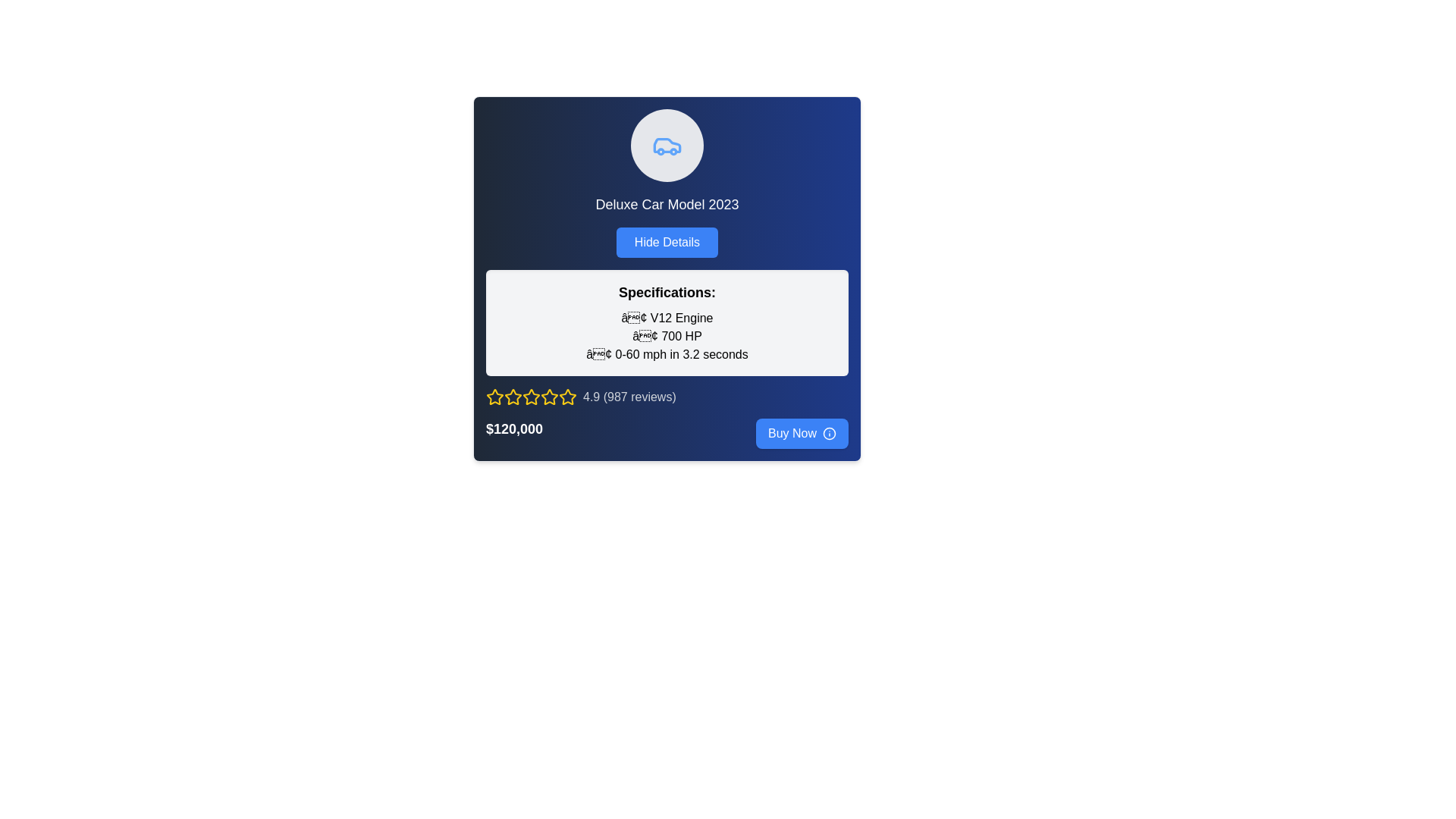  Describe the element at coordinates (829, 433) in the screenshot. I see `the decorative icon located at the right side of the Buy Now button in the card's footer area, which serves to denote additional information or confirmation` at that location.